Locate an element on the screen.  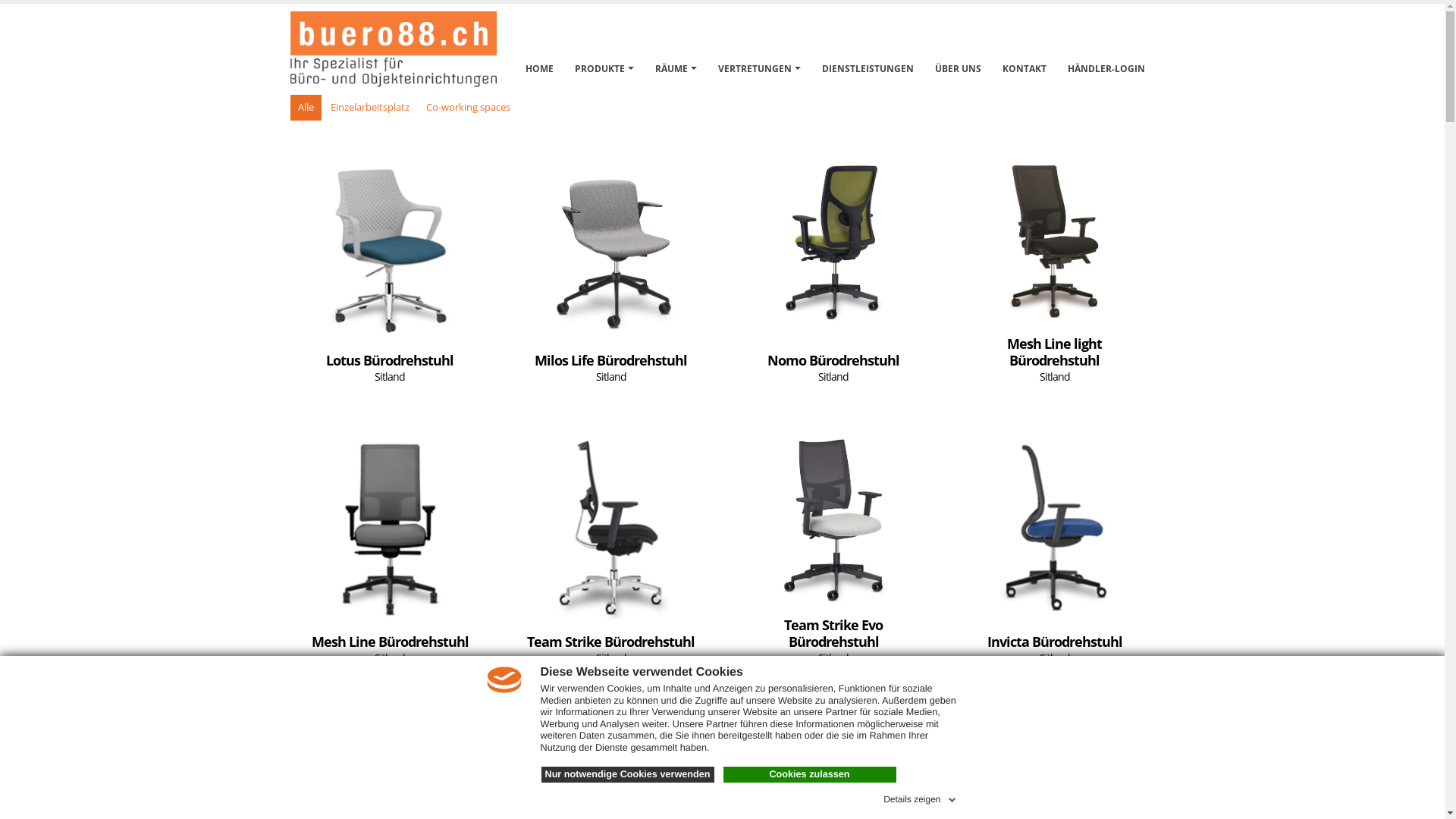
'Nur notwendige Cookies verwenden' is located at coordinates (628, 775).